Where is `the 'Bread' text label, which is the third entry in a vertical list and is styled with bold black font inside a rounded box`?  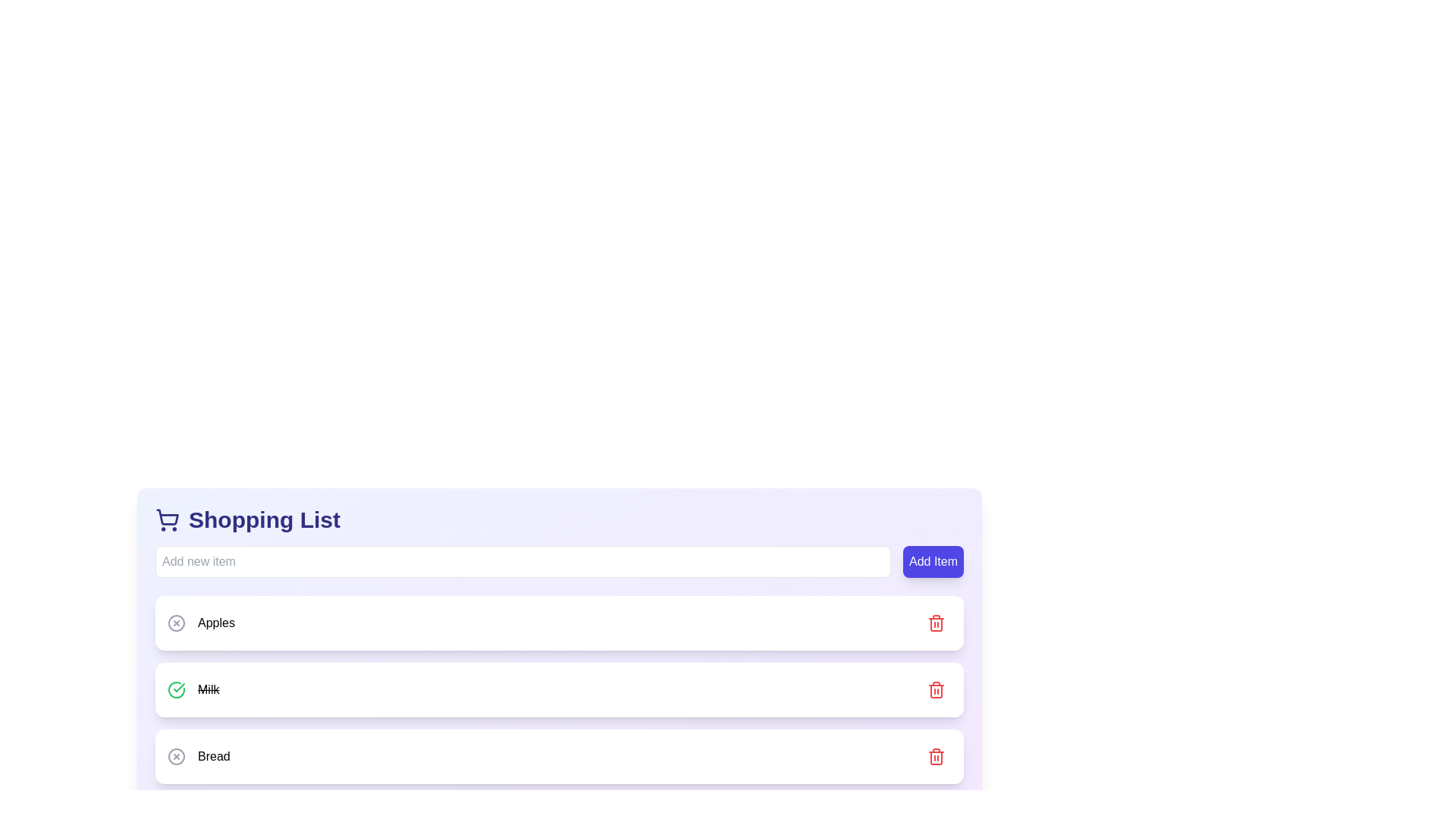 the 'Bread' text label, which is the third entry in a vertical list and is styled with bold black font inside a rounded box is located at coordinates (213, 757).